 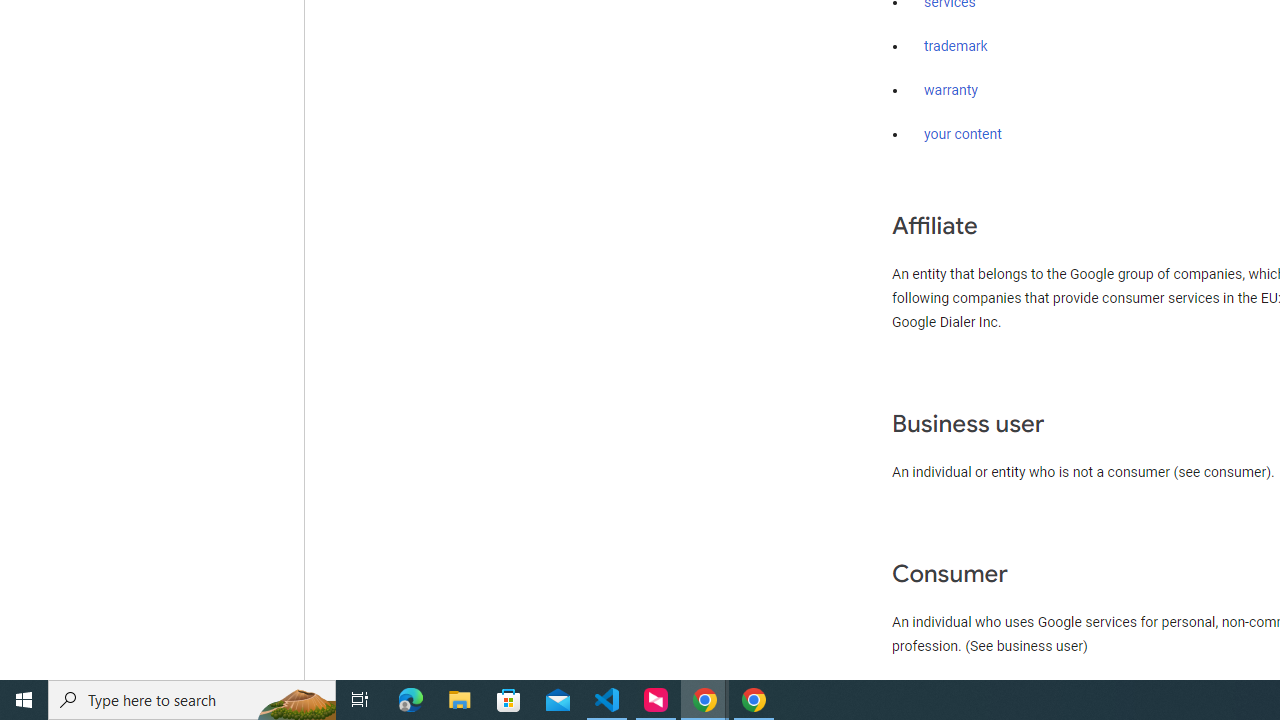 I want to click on 'warranty', so click(x=950, y=91).